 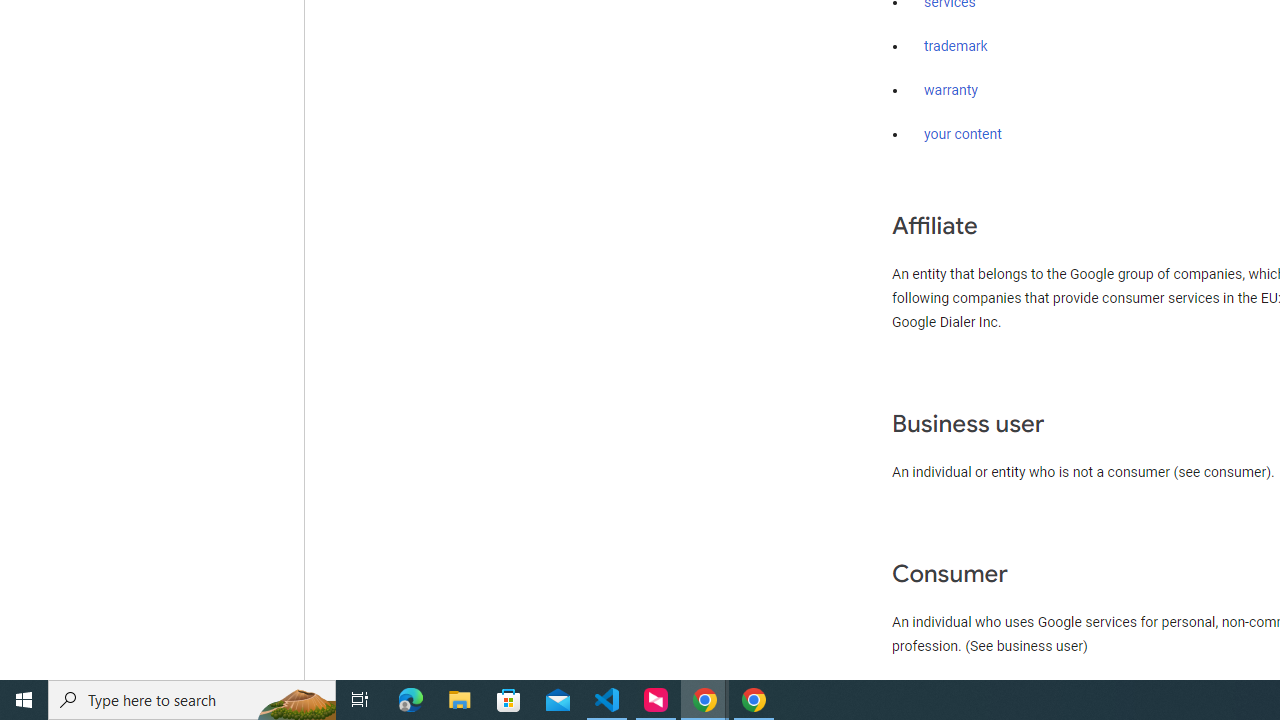 I want to click on 'warranty', so click(x=950, y=91).